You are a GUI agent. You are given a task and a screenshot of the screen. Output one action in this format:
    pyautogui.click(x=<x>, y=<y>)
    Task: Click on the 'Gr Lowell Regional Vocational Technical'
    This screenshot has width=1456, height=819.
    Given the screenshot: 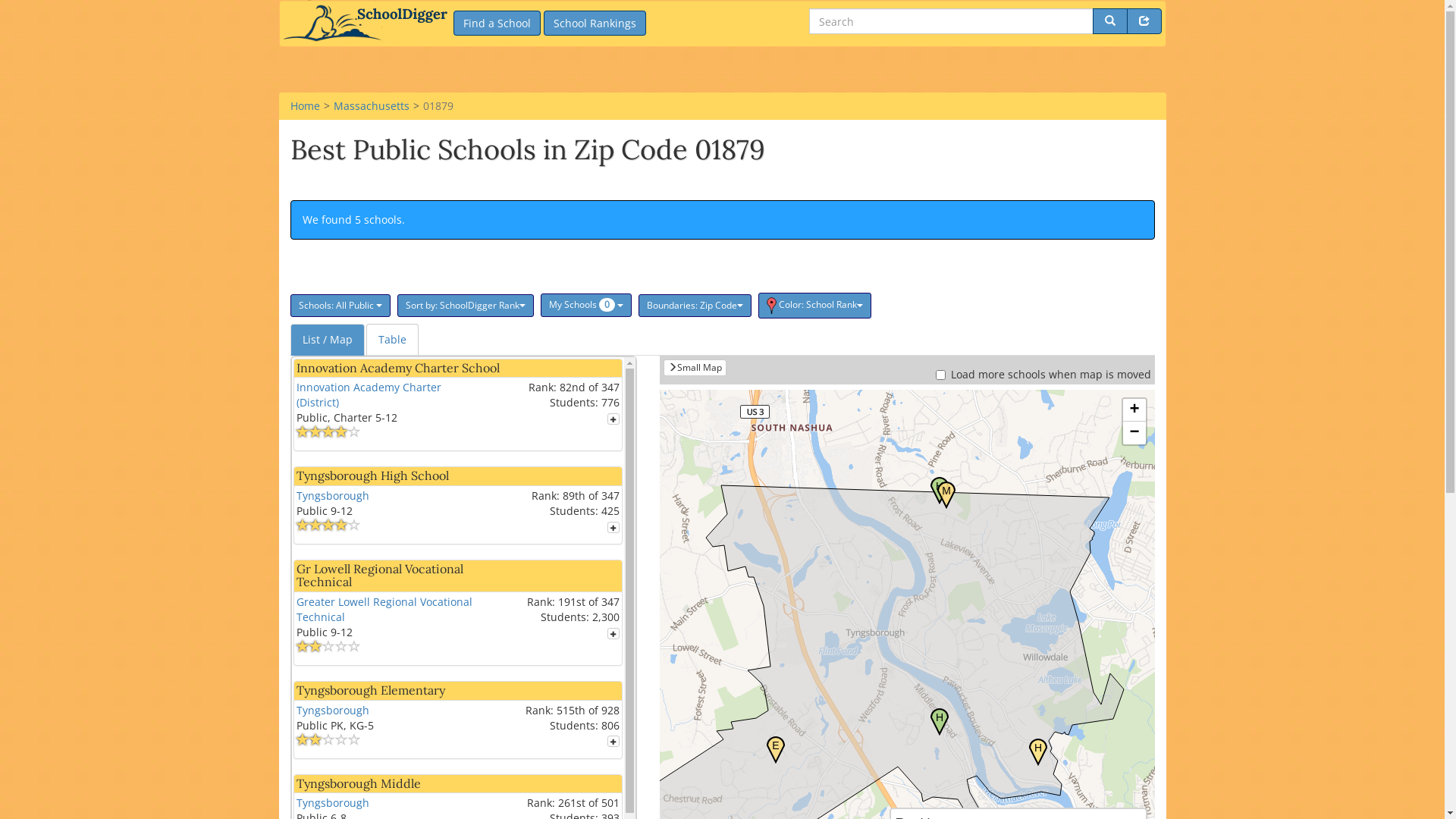 What is the action you would take?
    pyautogui.click(x=378, y=576)
    